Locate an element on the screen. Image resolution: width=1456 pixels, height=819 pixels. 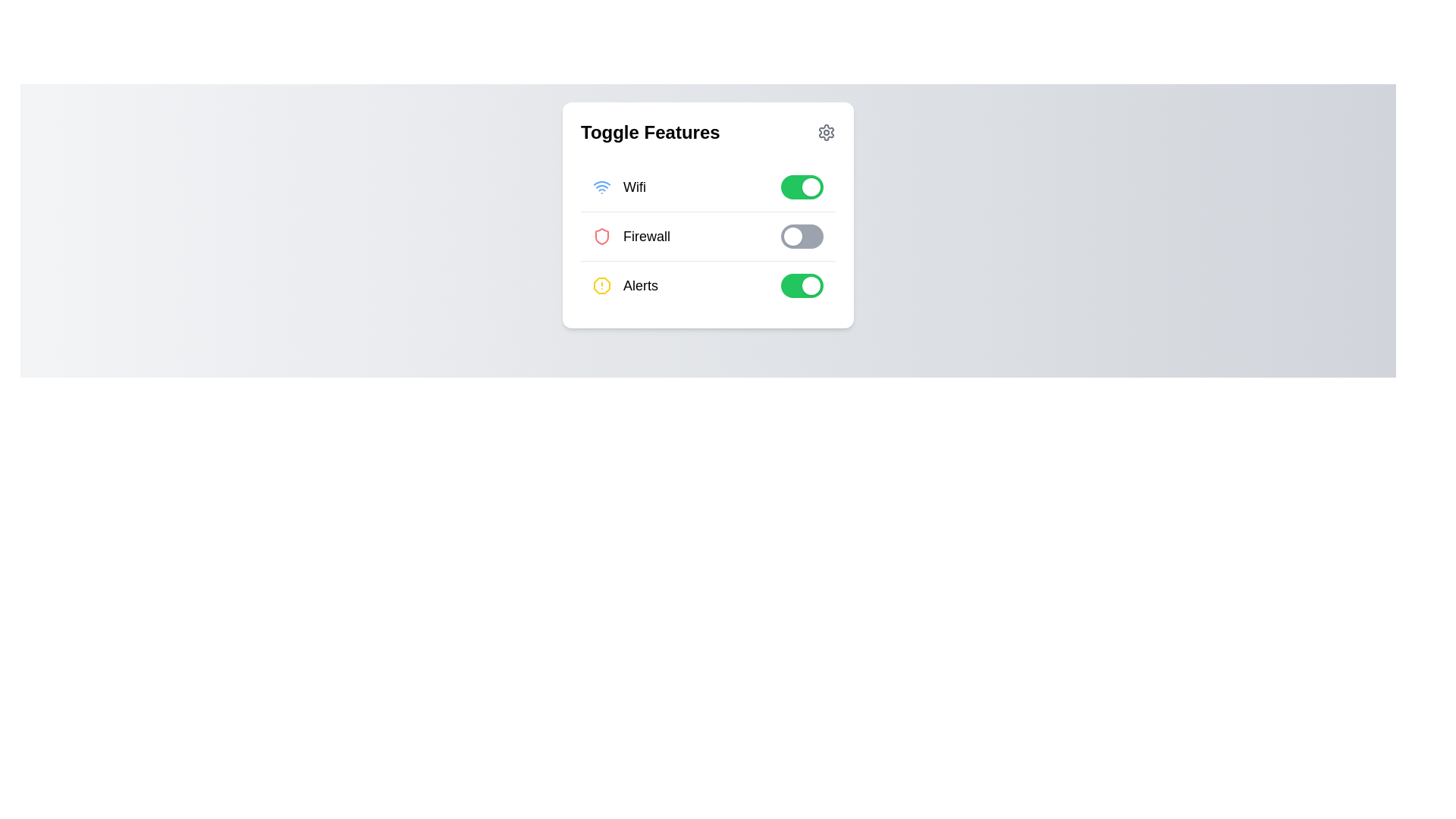
the Circular toggle indicator located on the far right side of the toggle switch for the 'Wifi' feature to determine its enabled or disabled state is located at coordinates (811, 186).